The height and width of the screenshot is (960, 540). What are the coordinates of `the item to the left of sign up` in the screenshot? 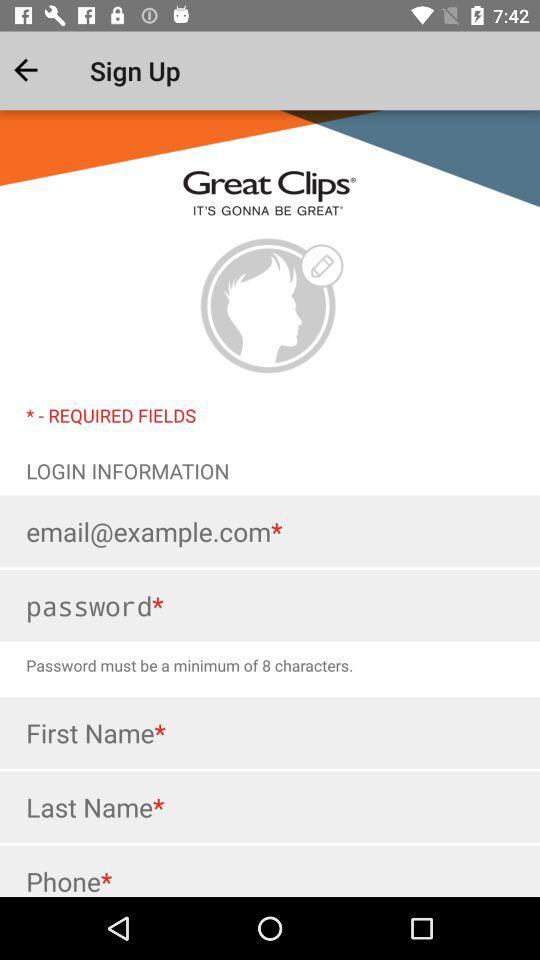 It's located at (42, 70).